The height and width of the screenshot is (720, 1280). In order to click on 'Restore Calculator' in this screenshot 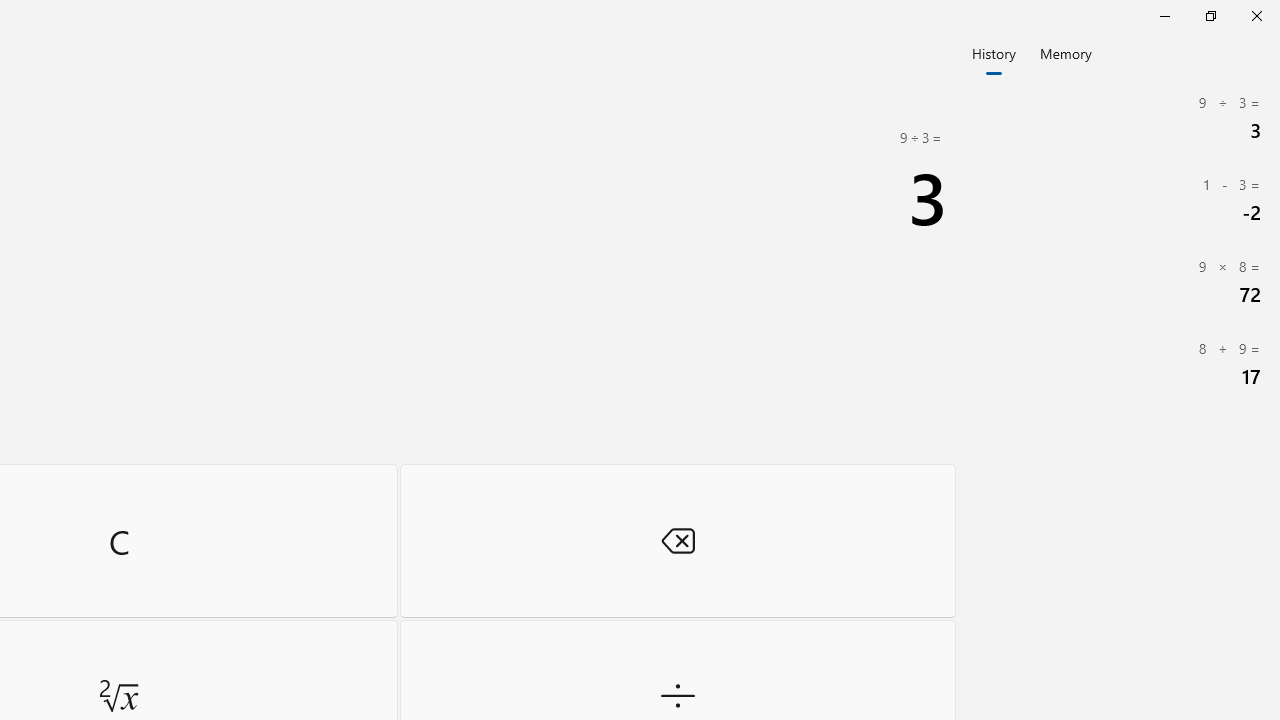, I will do `click(1209, 15)`.